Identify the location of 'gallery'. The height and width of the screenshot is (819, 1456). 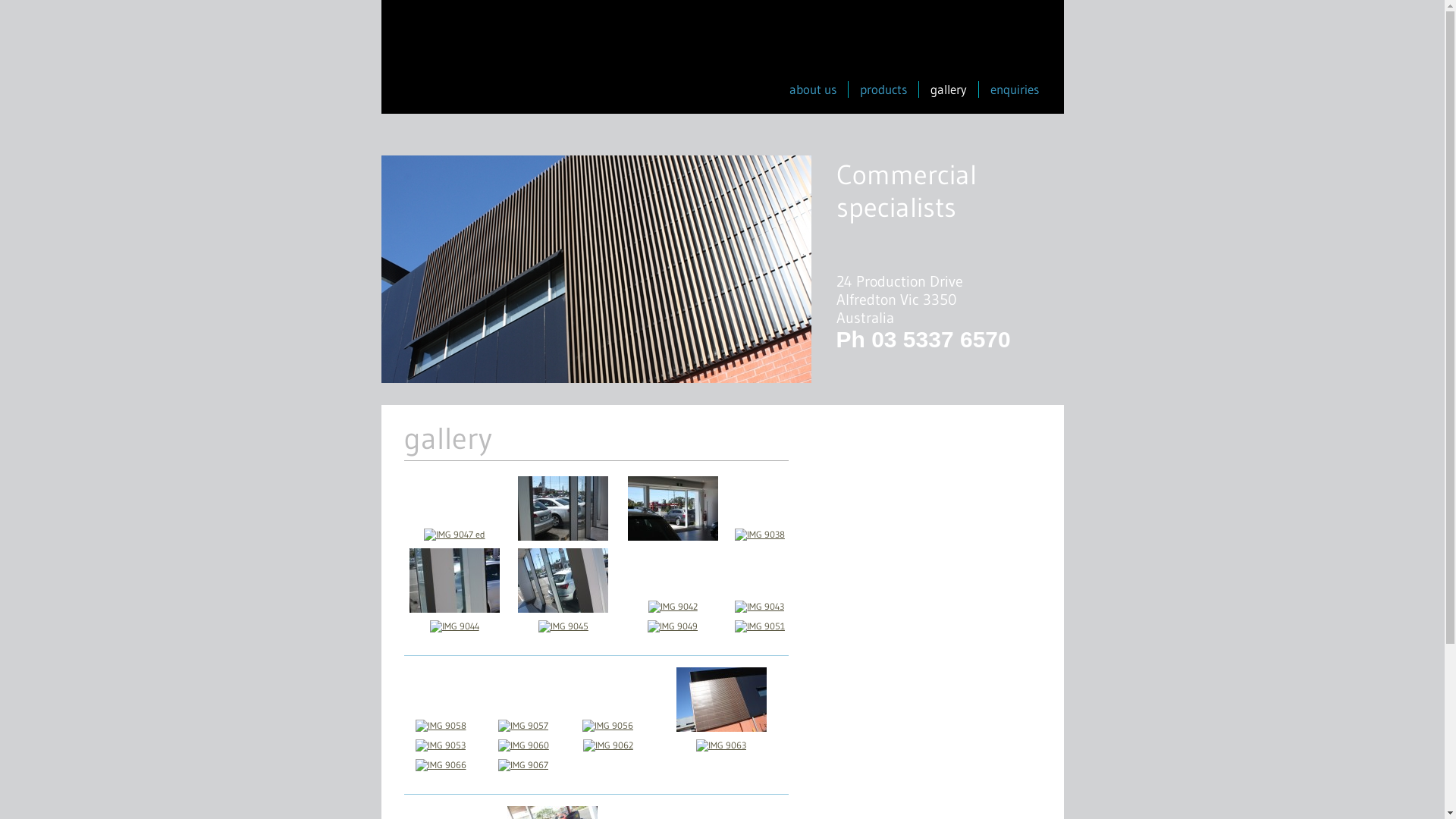
(946, 89).